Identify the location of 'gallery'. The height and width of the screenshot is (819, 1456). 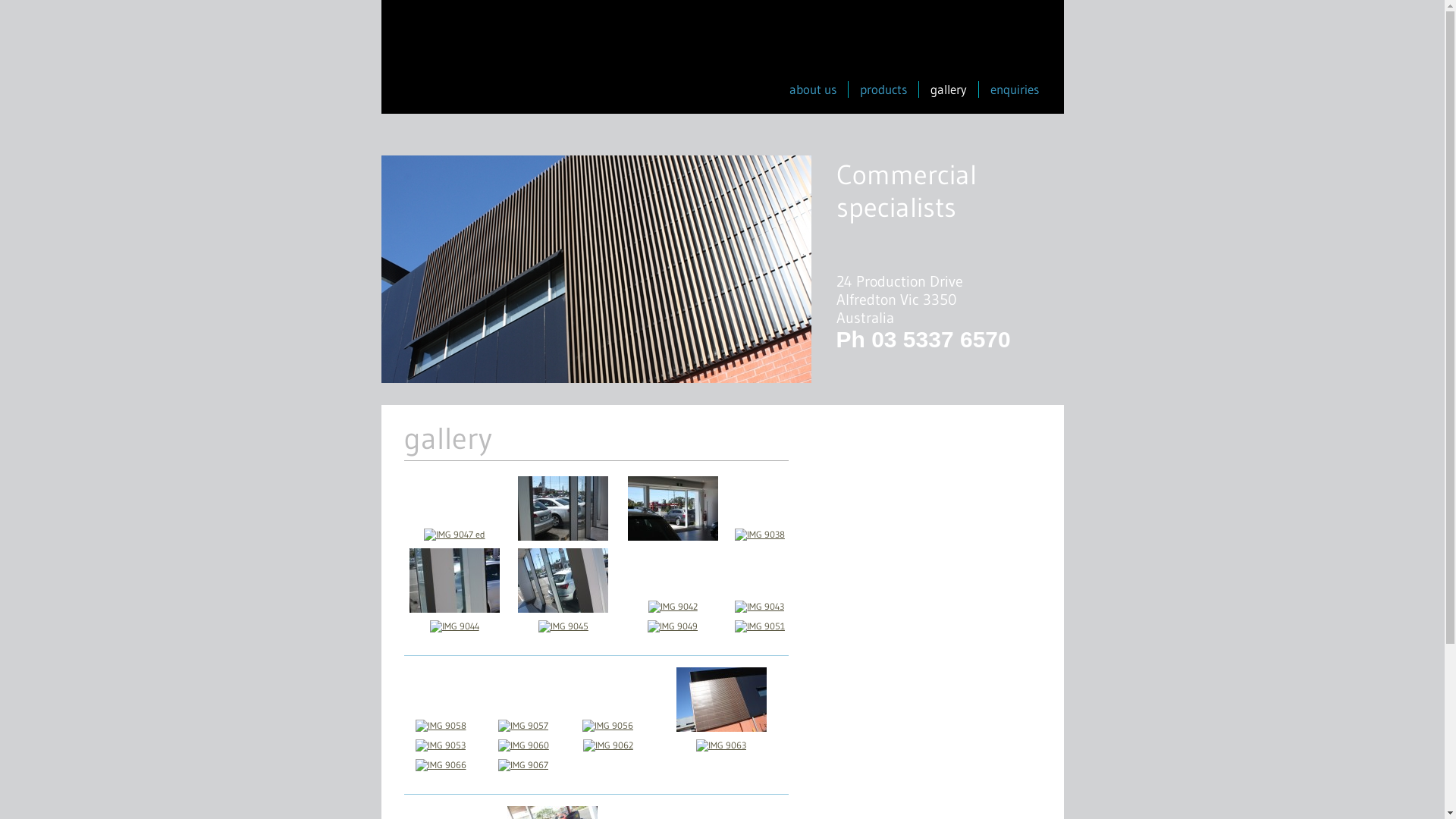
(946, 89).